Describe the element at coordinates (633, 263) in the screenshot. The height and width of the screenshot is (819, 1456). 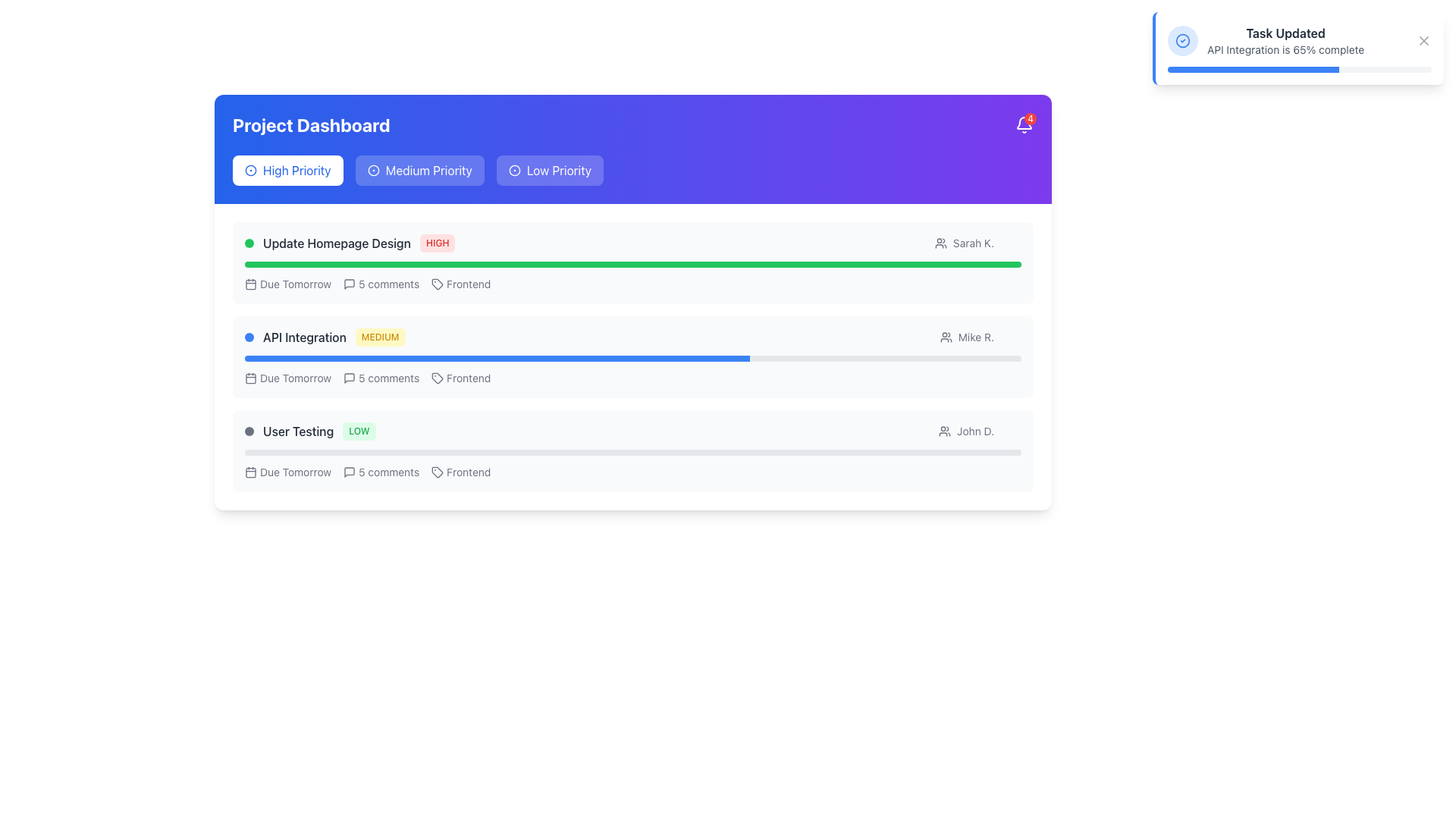
I see `the progress bar indicating task completion status in the 'Update Homepage Design' card` at that location.